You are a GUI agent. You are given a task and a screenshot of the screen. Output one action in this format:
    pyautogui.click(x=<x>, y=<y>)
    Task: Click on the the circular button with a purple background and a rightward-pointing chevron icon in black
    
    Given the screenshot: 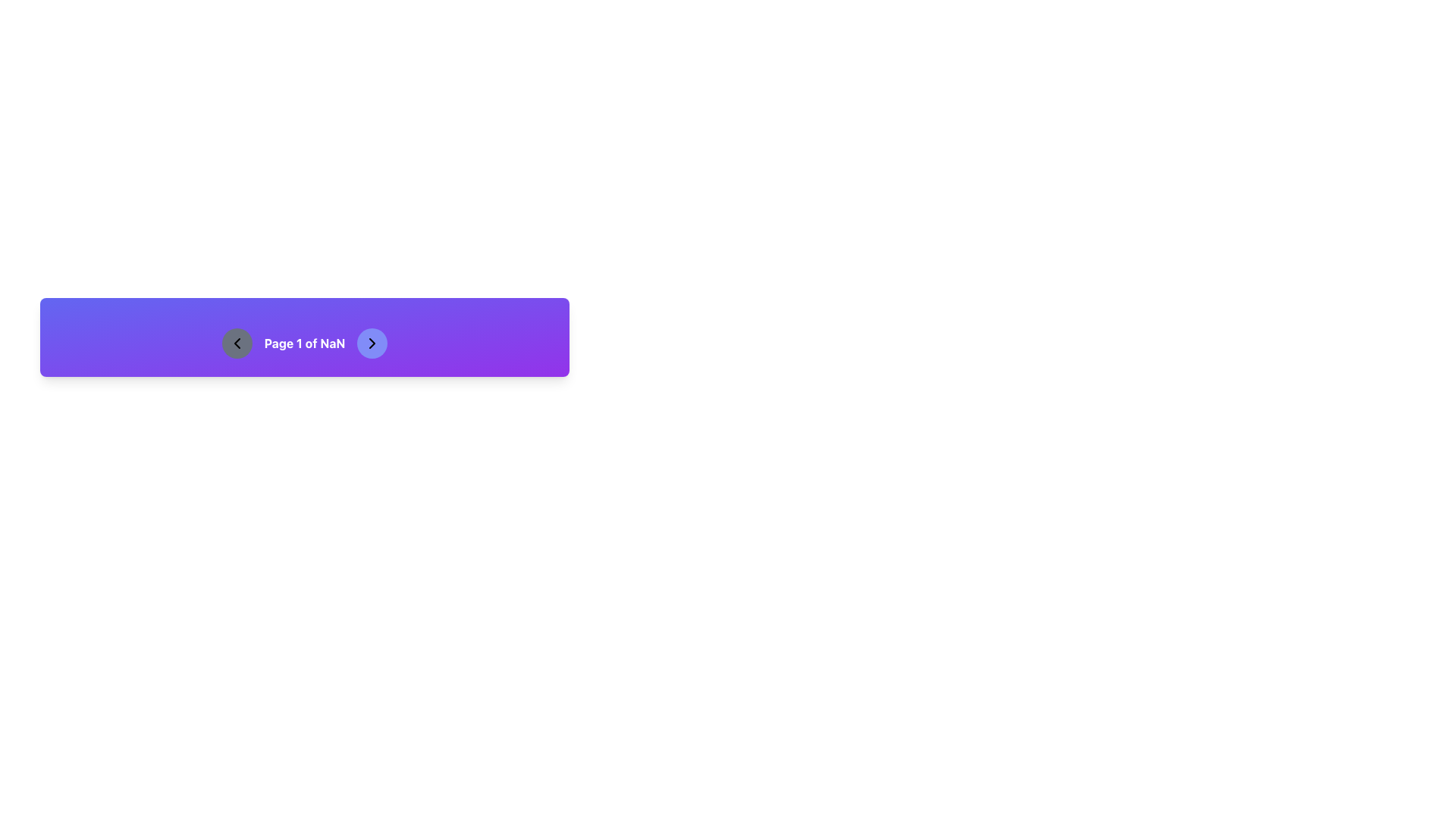 What is the action you would take?
    pyautogui.click(x=372, y=343)
    